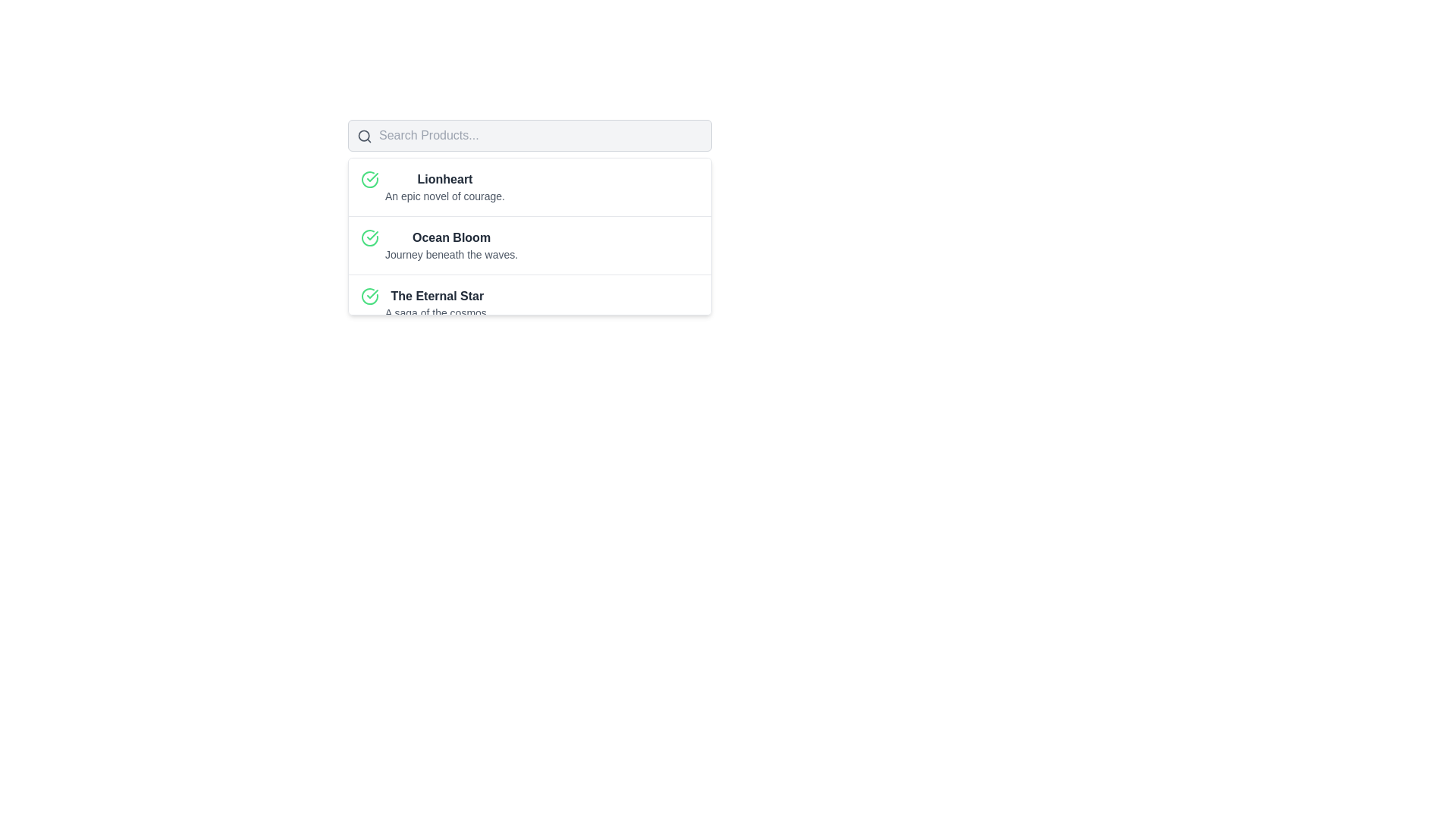 The width and height of the screenshot is (1456, 819). Describe the element at coordinates (450, 253) in the screenshot. I see `the static text label that reads 'Journey beneath the waves.' which is styled in gray and positioned below the title 'Ocean Bloom'` at that location.